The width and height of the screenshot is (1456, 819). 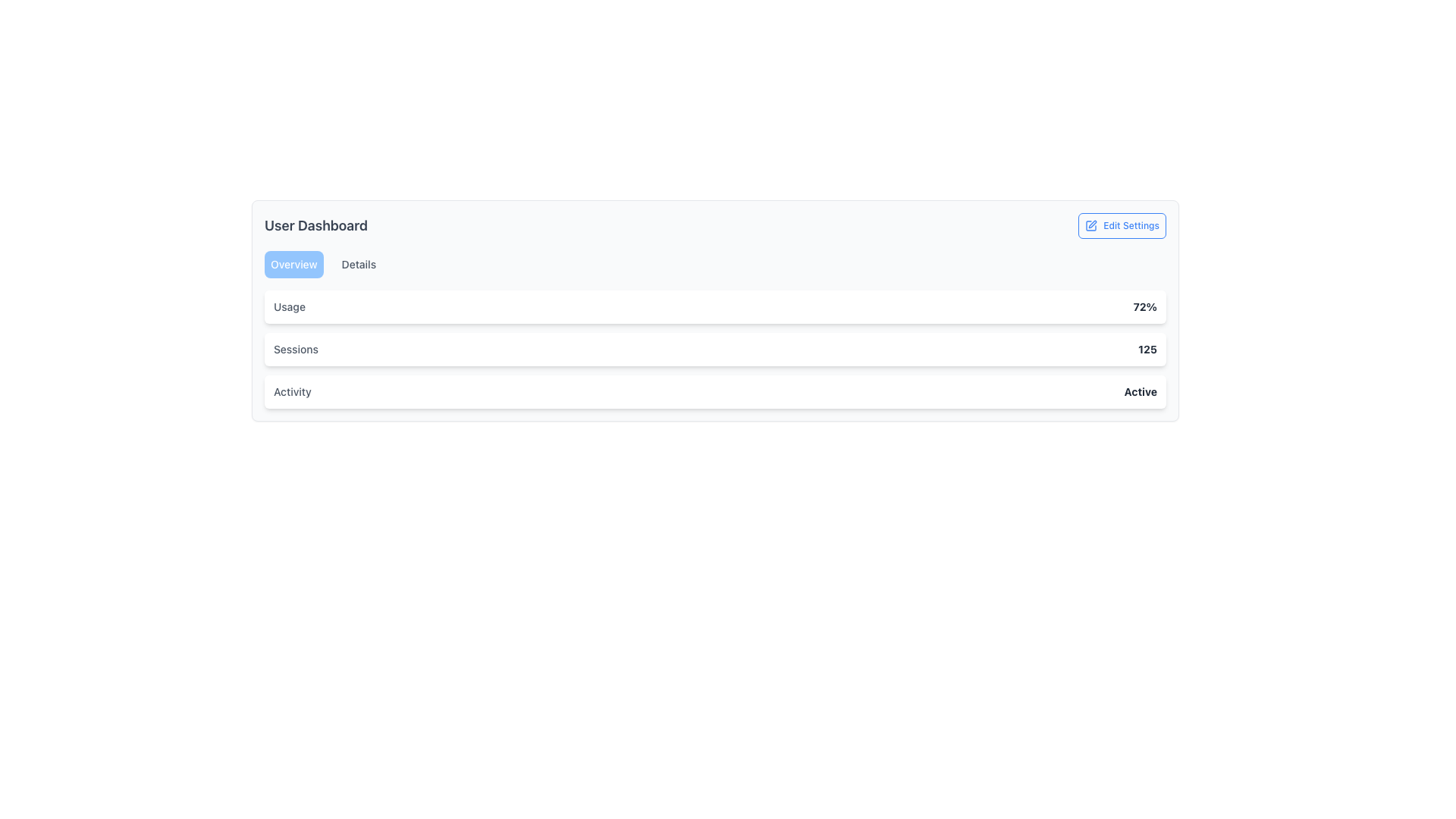 What do you see at coordinates (296, 350) in the screenshot?
I see `the Static Text Label that describes the associated numerical value '125', located on the left side of a horizontally aligned section with a white background and rounded edges` at bounding box center [296, 350].